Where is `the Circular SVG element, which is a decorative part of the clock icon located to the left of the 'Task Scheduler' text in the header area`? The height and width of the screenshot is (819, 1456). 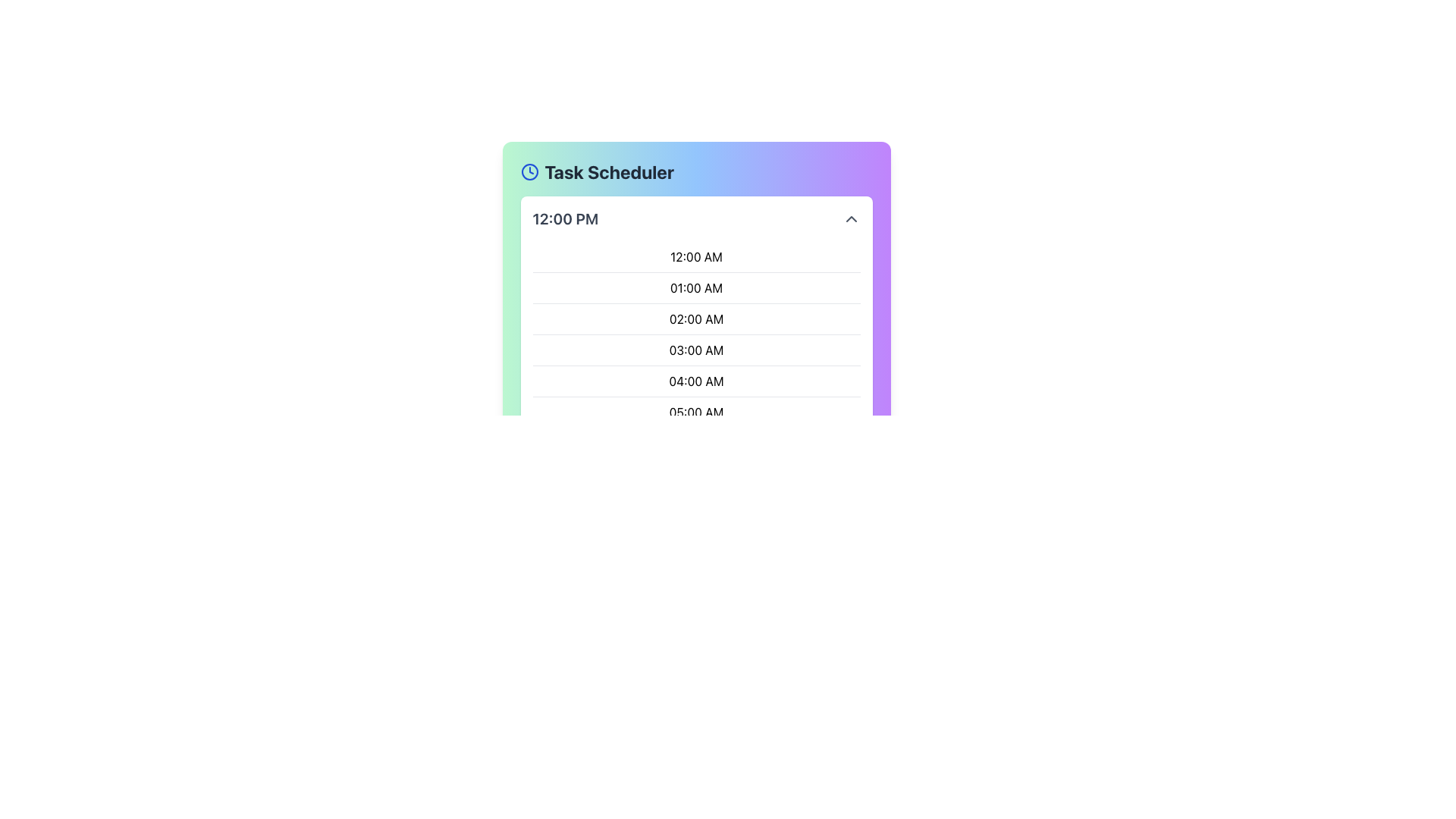 the Circular SVG element, which is a decorative part of the clock icon located to the left of the 'Task Scheduler' text in the header area is located at coordinates (529, 171).